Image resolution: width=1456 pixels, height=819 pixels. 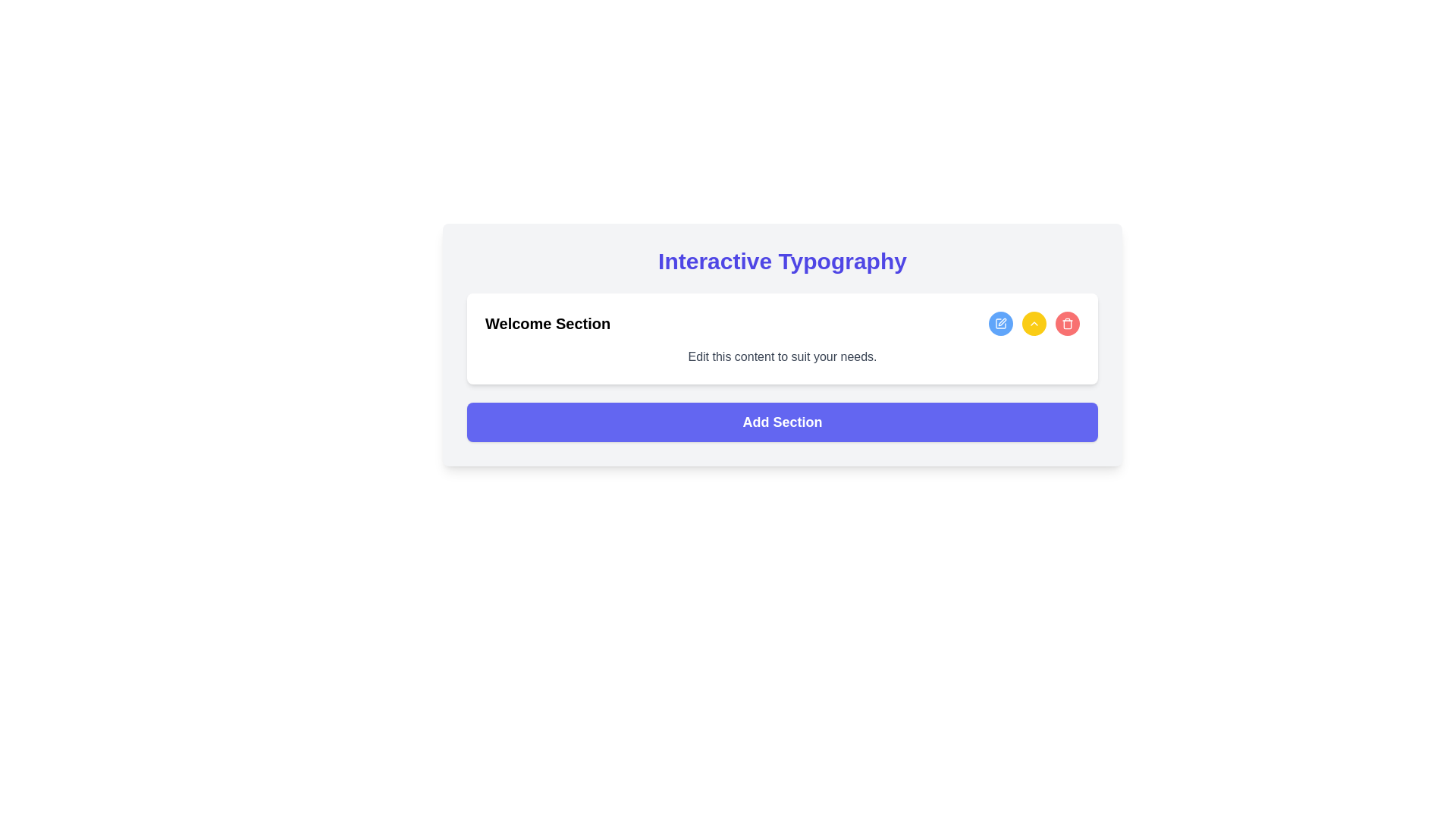 I want to click on the first circular button located at the top-right corner of the white content card, so click(x=1001, y=323).